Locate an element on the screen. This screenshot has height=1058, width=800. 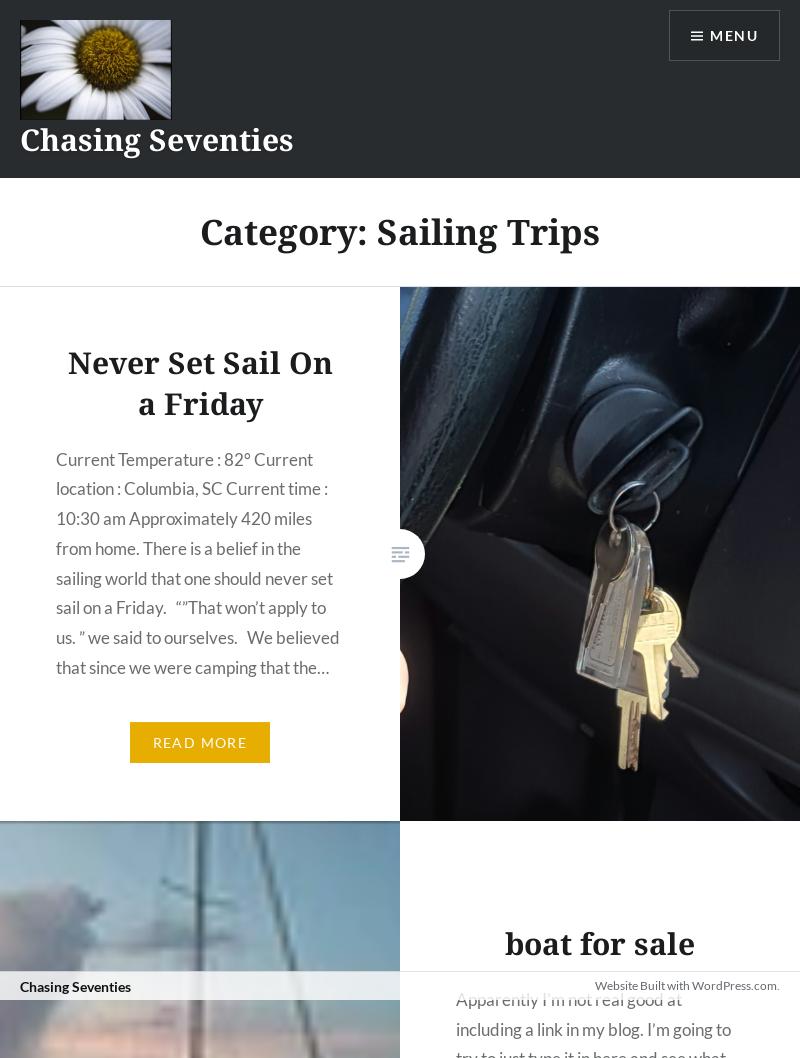
'.' is located at coordinates (777, 1034).